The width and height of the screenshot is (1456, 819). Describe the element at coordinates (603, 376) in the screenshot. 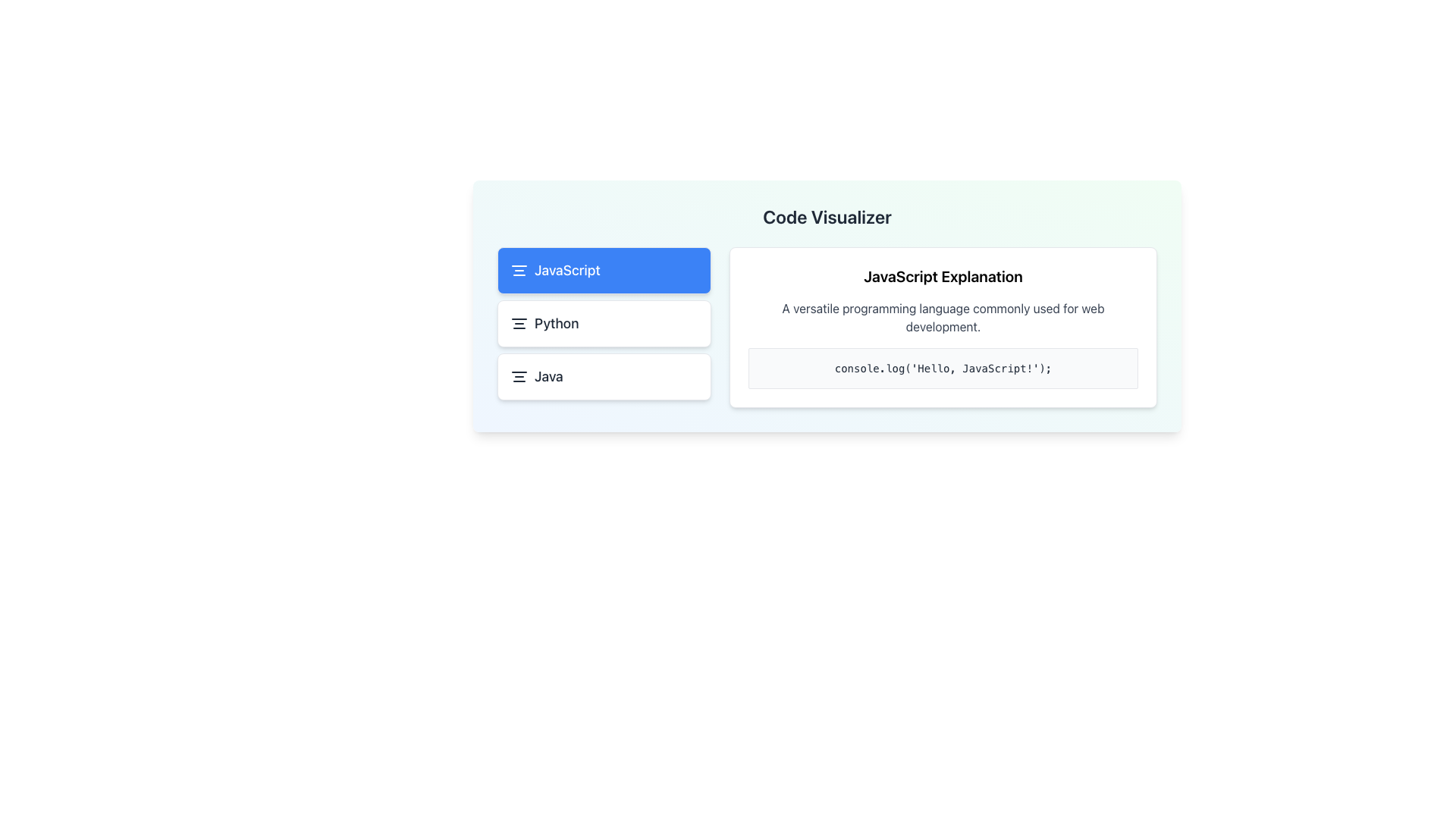

I see `the 'Java' selectable list item, which is the third item in a vertical list, to activate its related functionality` at that location.